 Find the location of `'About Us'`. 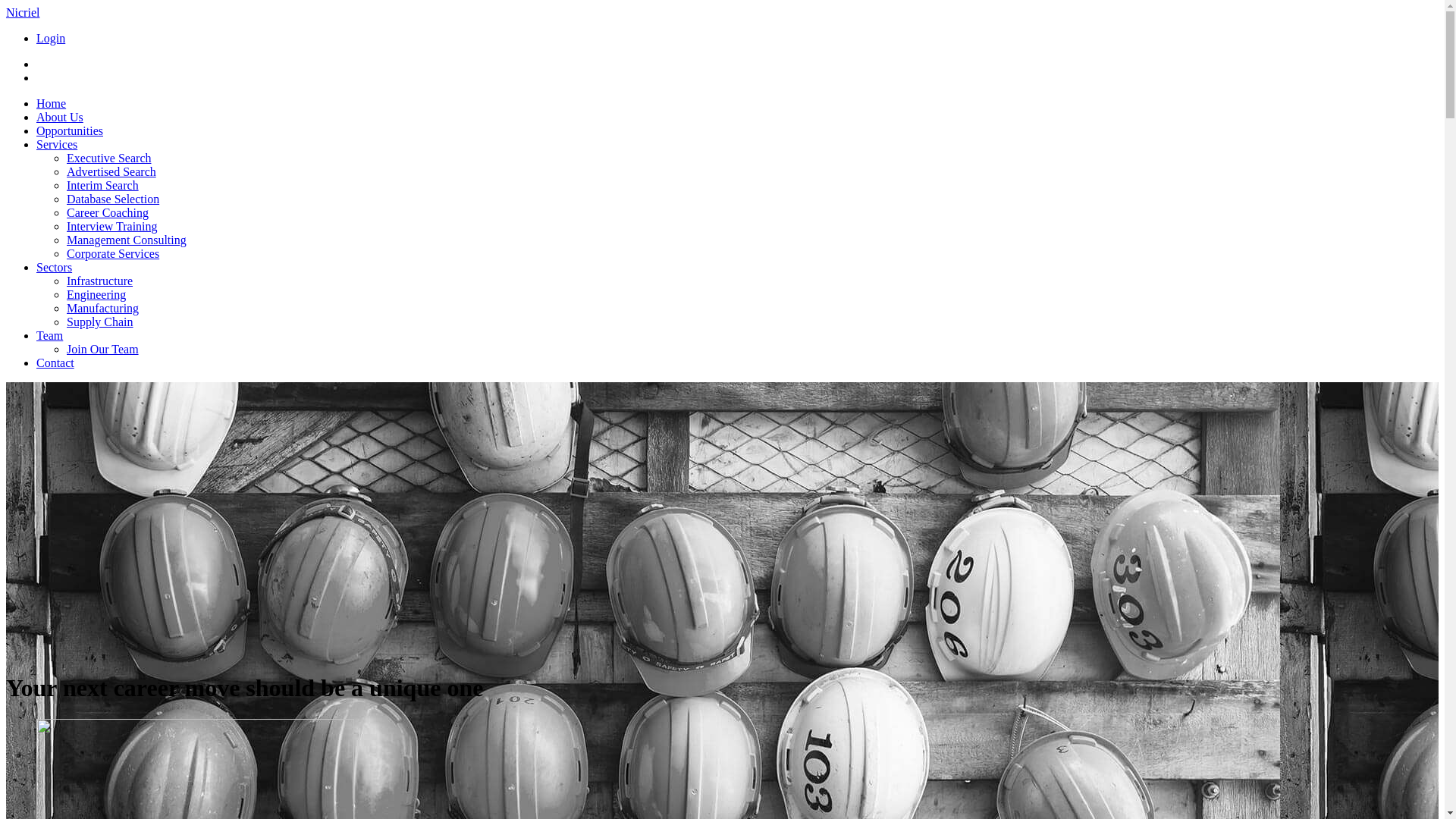

'About Us' is located at coordinates (59, 116).